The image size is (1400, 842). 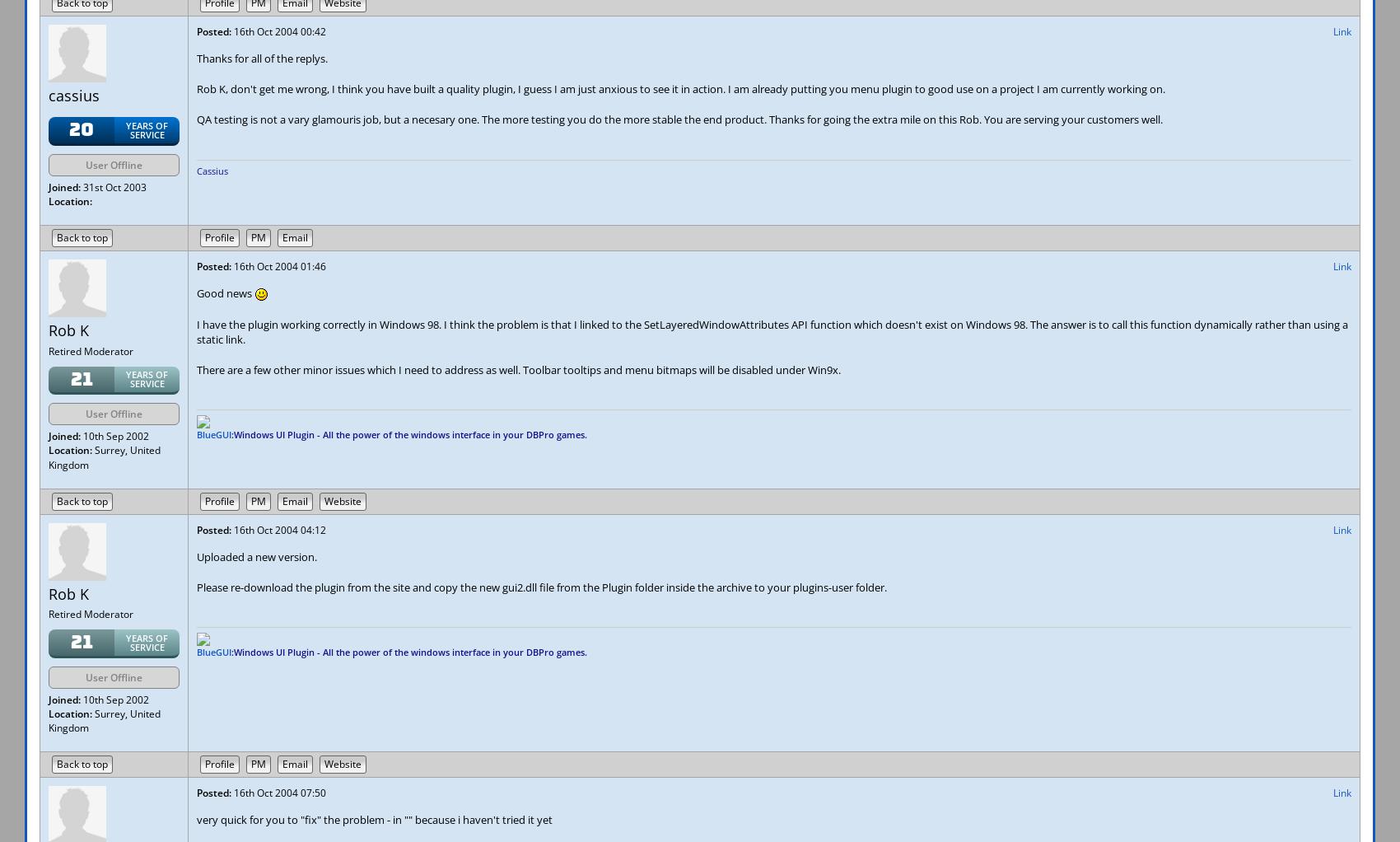 What do you see at coordinates (68, 128) in the screenshot?
I see `'20'` at bounding box center [68, 128].